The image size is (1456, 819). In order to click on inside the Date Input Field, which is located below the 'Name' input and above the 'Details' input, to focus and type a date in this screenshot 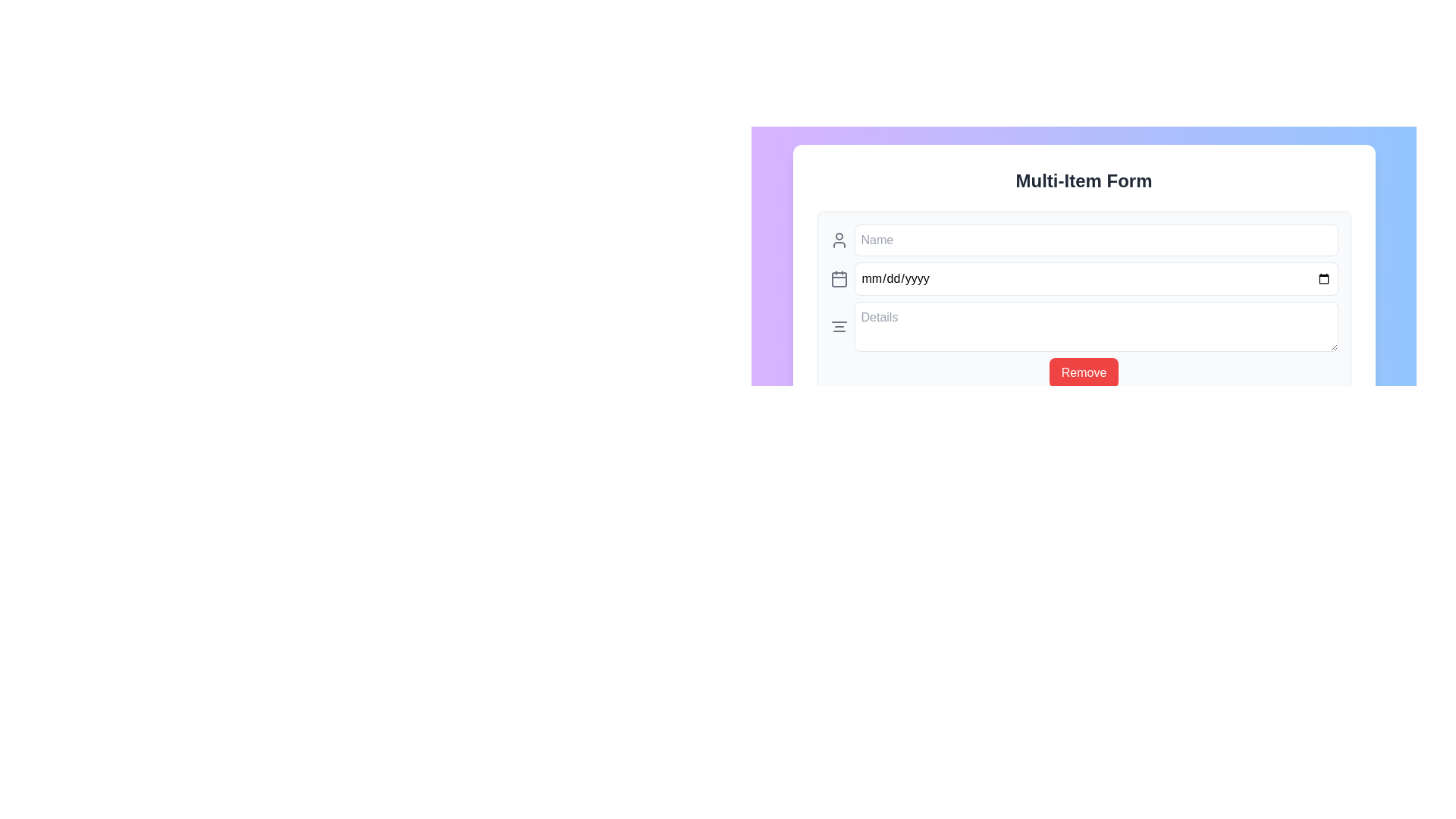, I will do `click(1083, 278)`.